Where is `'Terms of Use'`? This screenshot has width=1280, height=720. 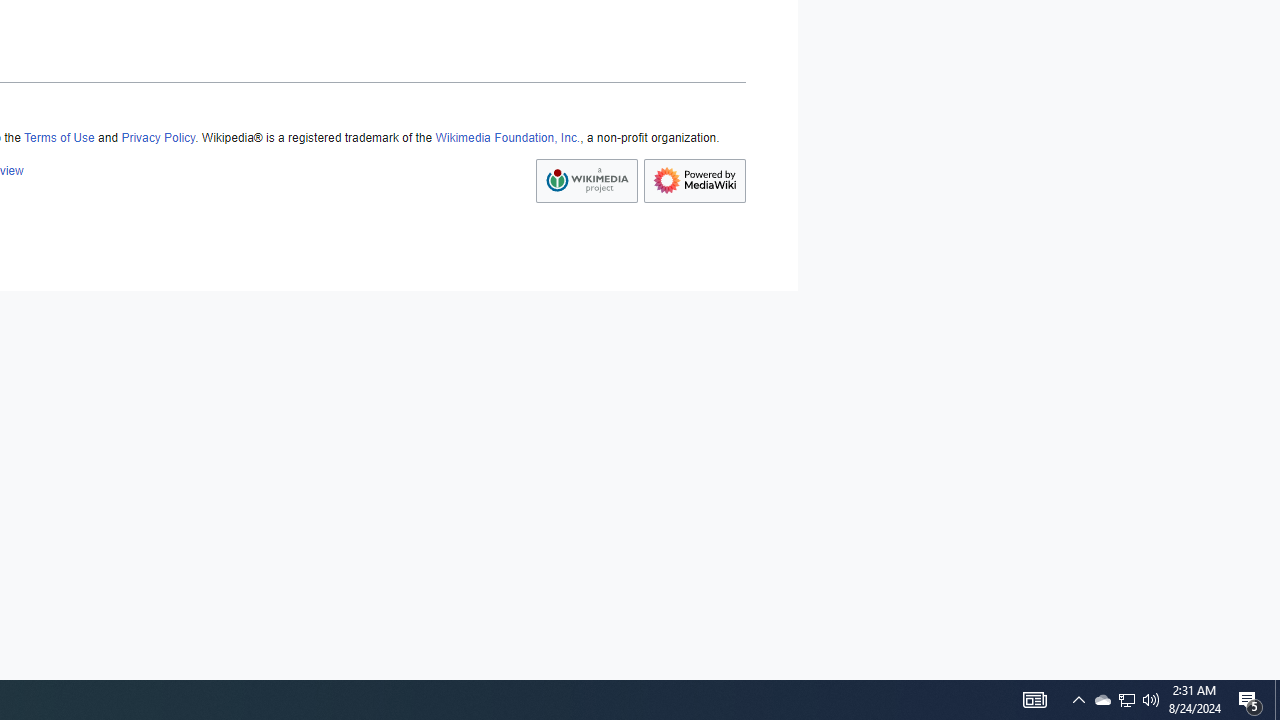
'Terms of Use' is located at coordinates (58, 137).